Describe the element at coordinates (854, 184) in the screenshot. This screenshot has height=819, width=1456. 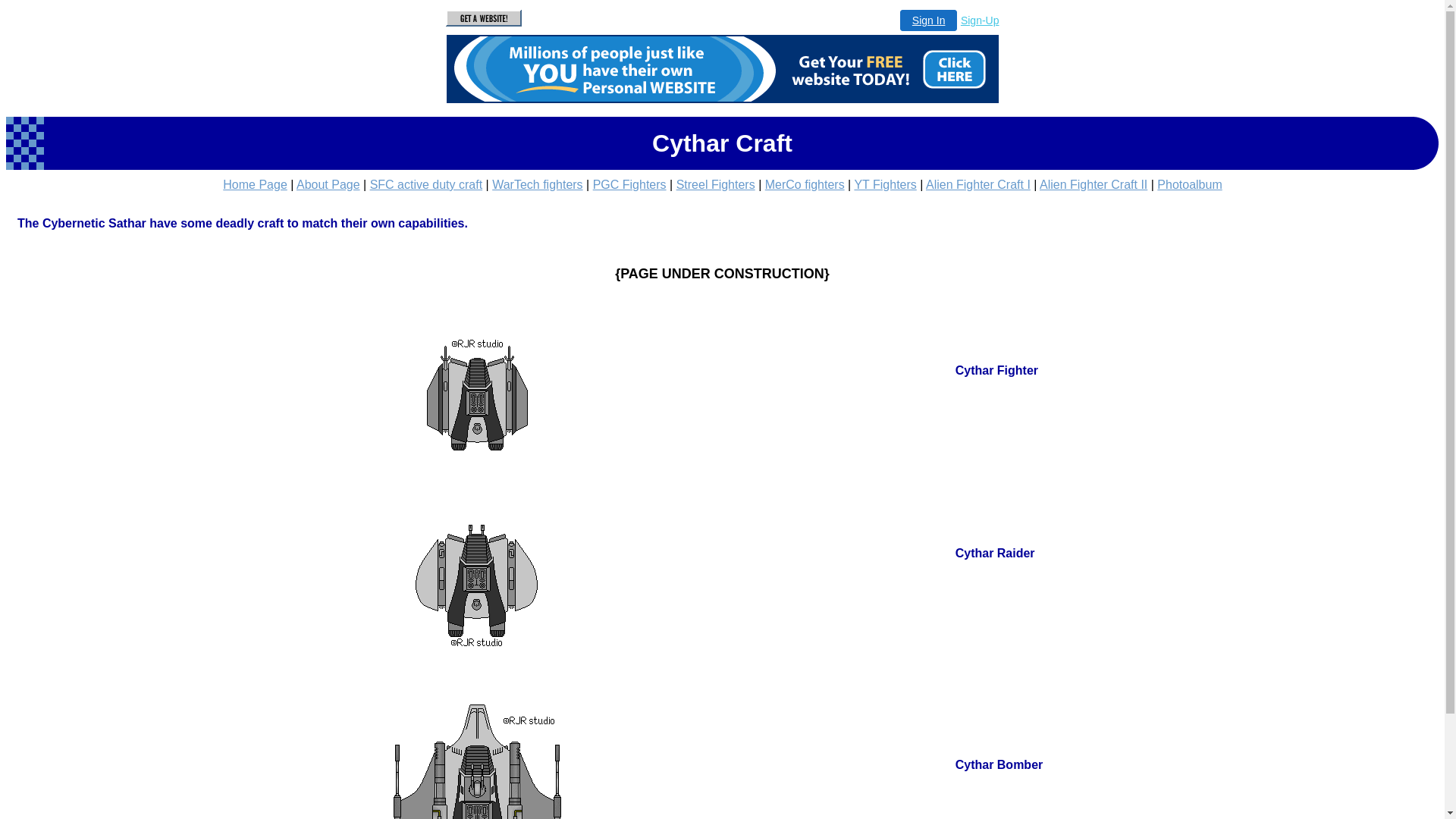
I see `'YT Fighters'` at that location.